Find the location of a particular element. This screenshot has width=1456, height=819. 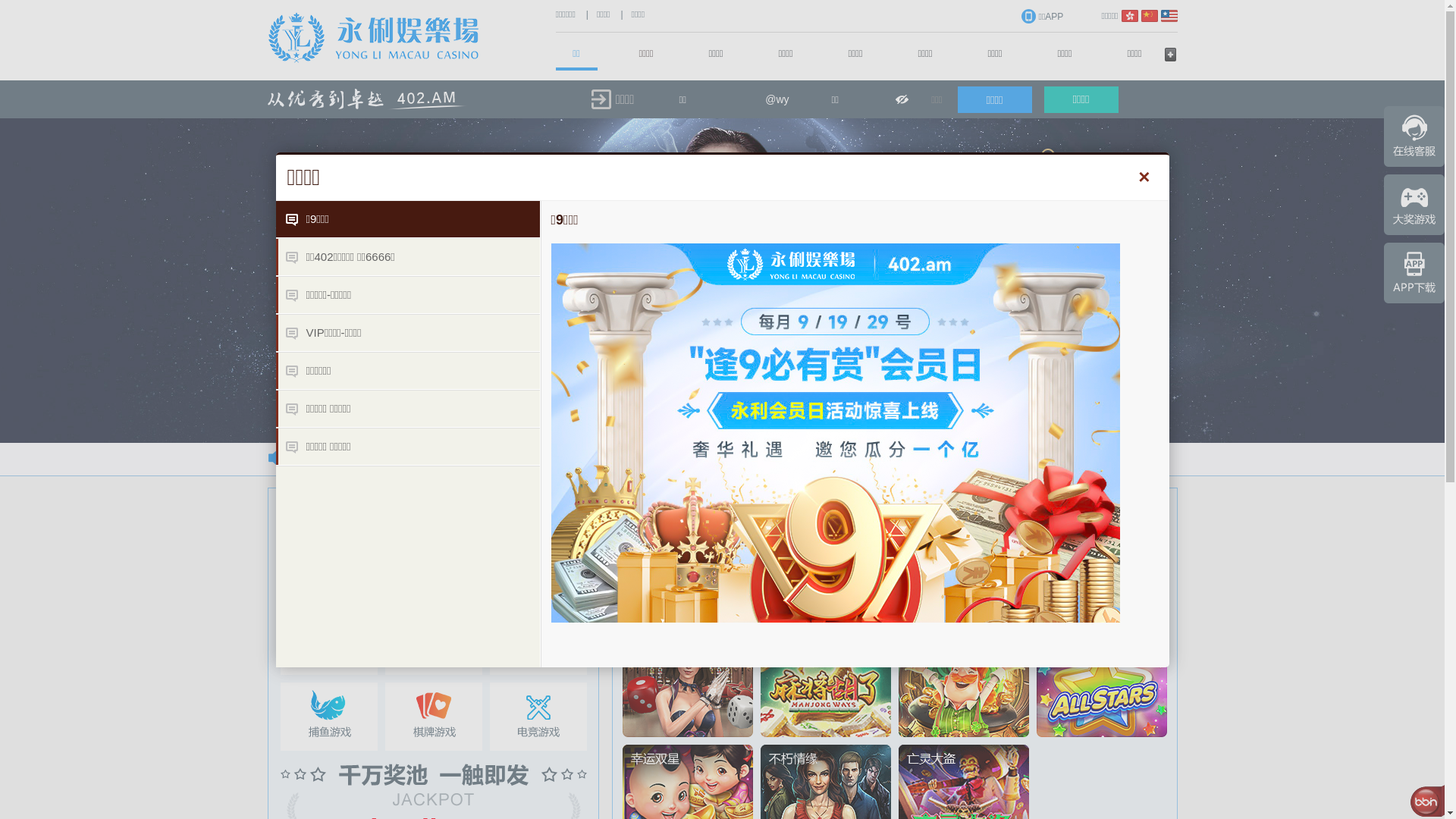

'English' is located at coordinates (1159, 15).